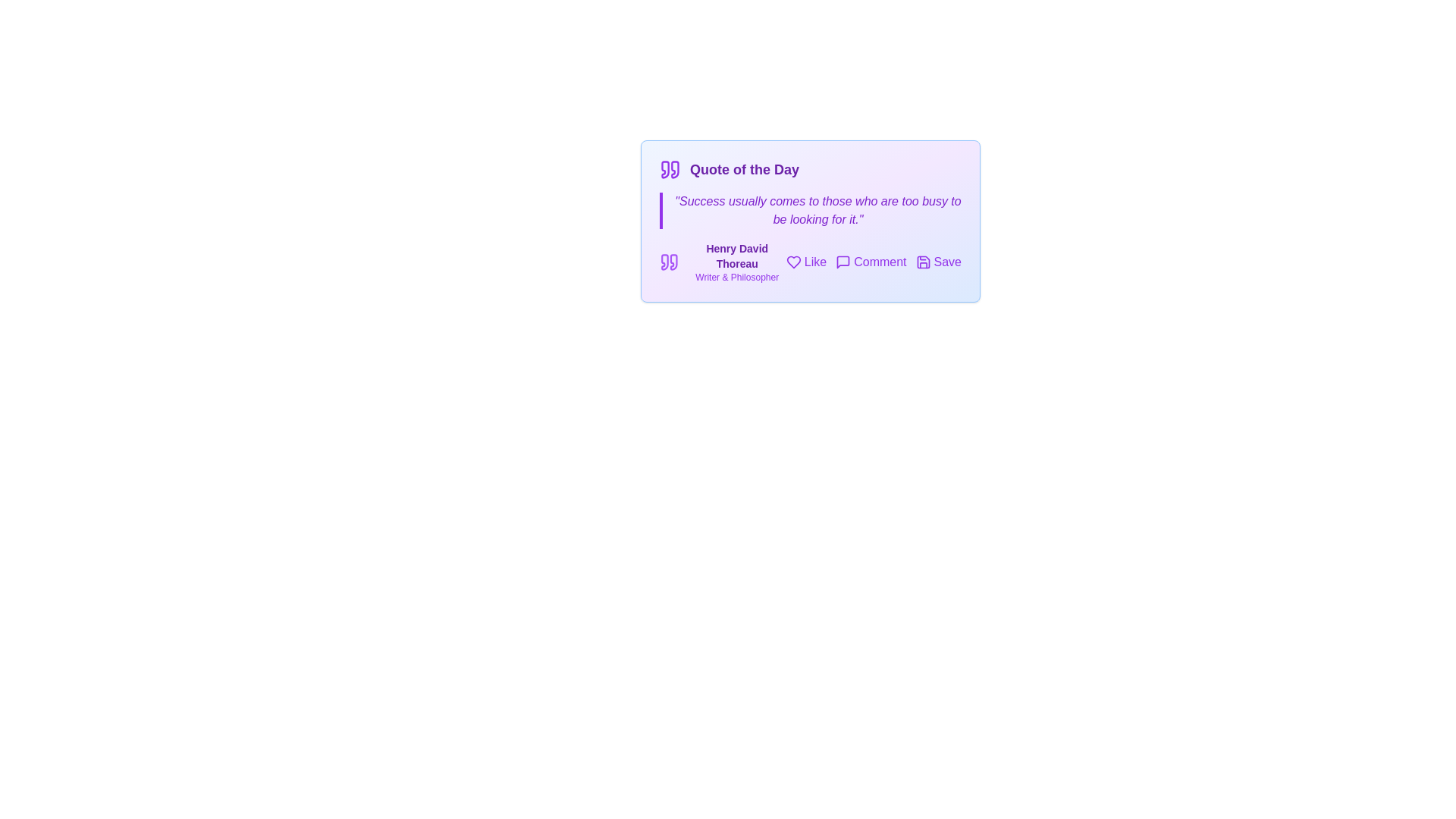  I want to click on the purple quotation mark icon, which is located on the left side of the 'Henry David Thoreau, Writer & Philosopher' text block, so click(668, 262).